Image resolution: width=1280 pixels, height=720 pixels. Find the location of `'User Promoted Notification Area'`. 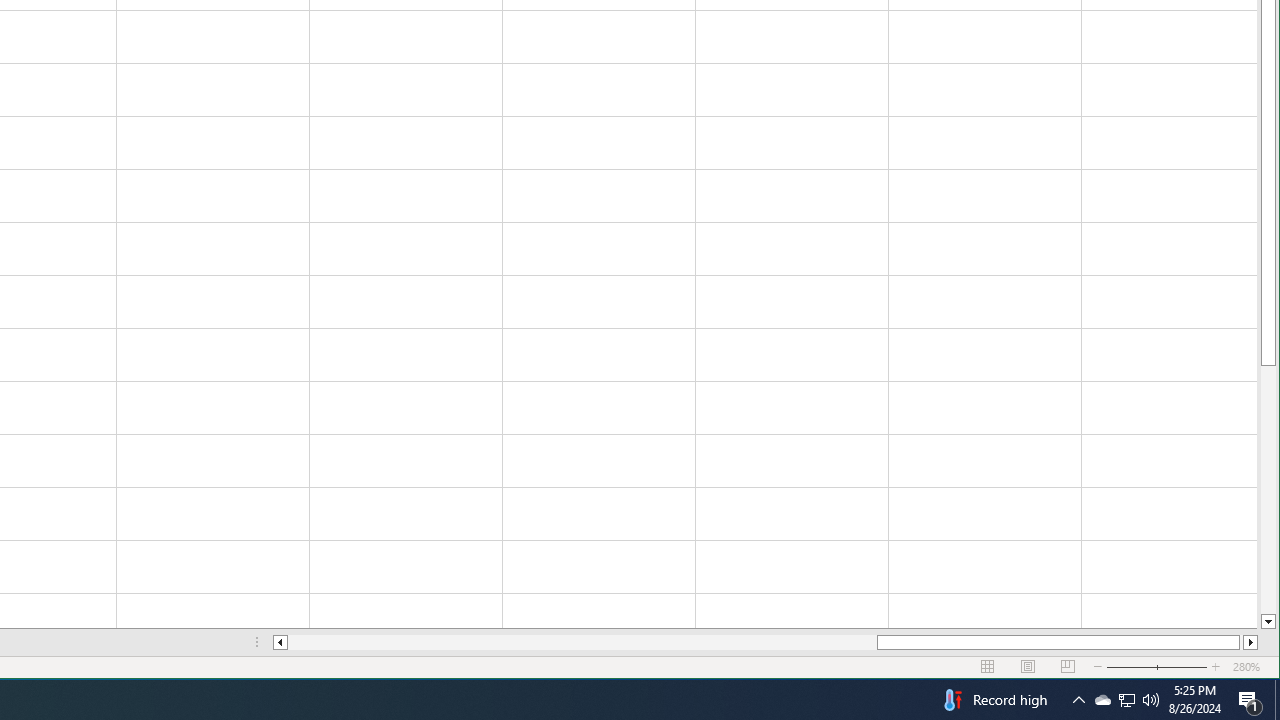

'User Promoted Notification Area' is located at coordinates (1127, 698).